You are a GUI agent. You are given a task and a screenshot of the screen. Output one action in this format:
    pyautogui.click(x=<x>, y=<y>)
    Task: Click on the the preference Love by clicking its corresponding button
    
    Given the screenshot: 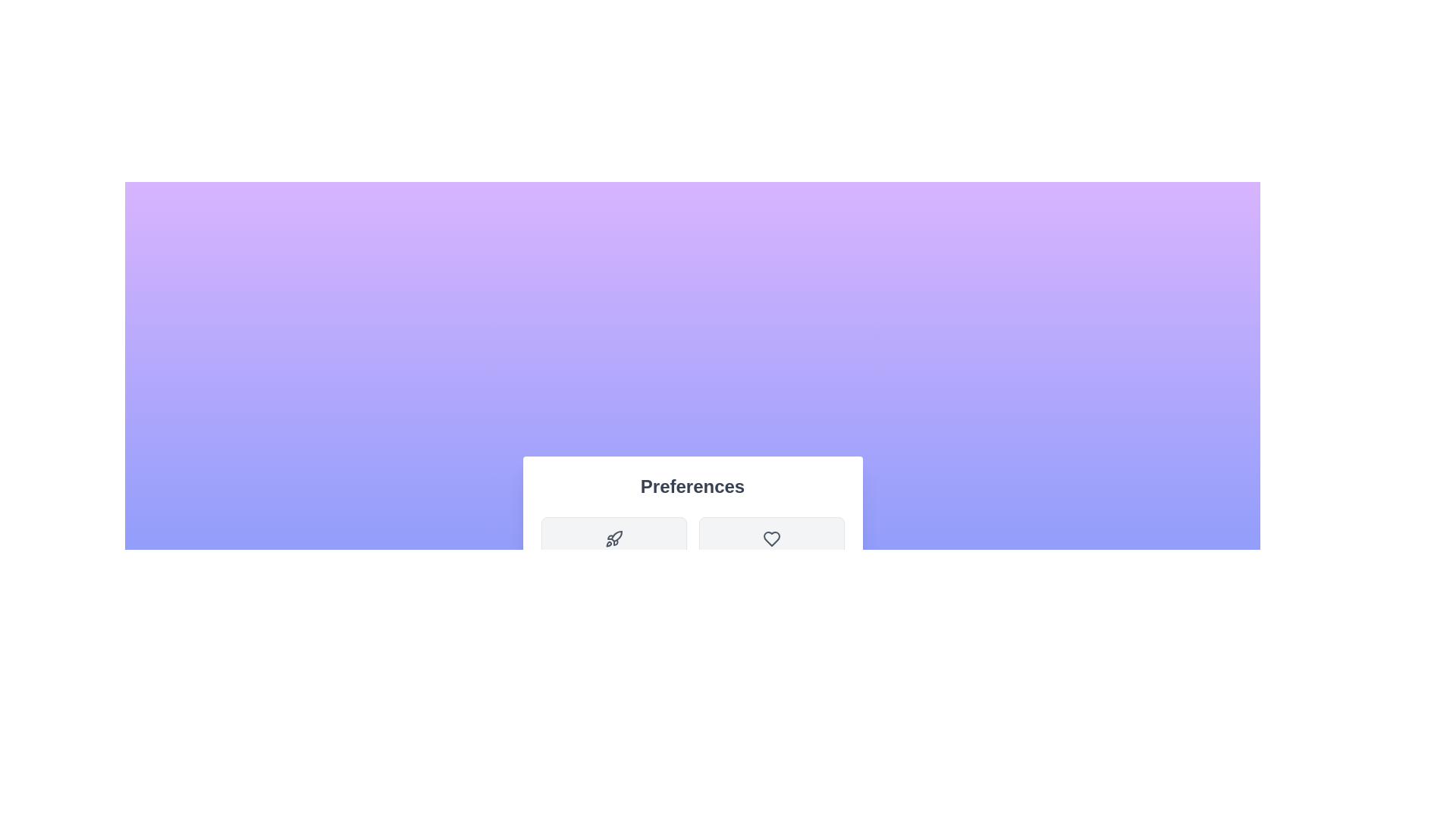 What is the action you would take?
    pyautogui.click(x=771, y=553)
    